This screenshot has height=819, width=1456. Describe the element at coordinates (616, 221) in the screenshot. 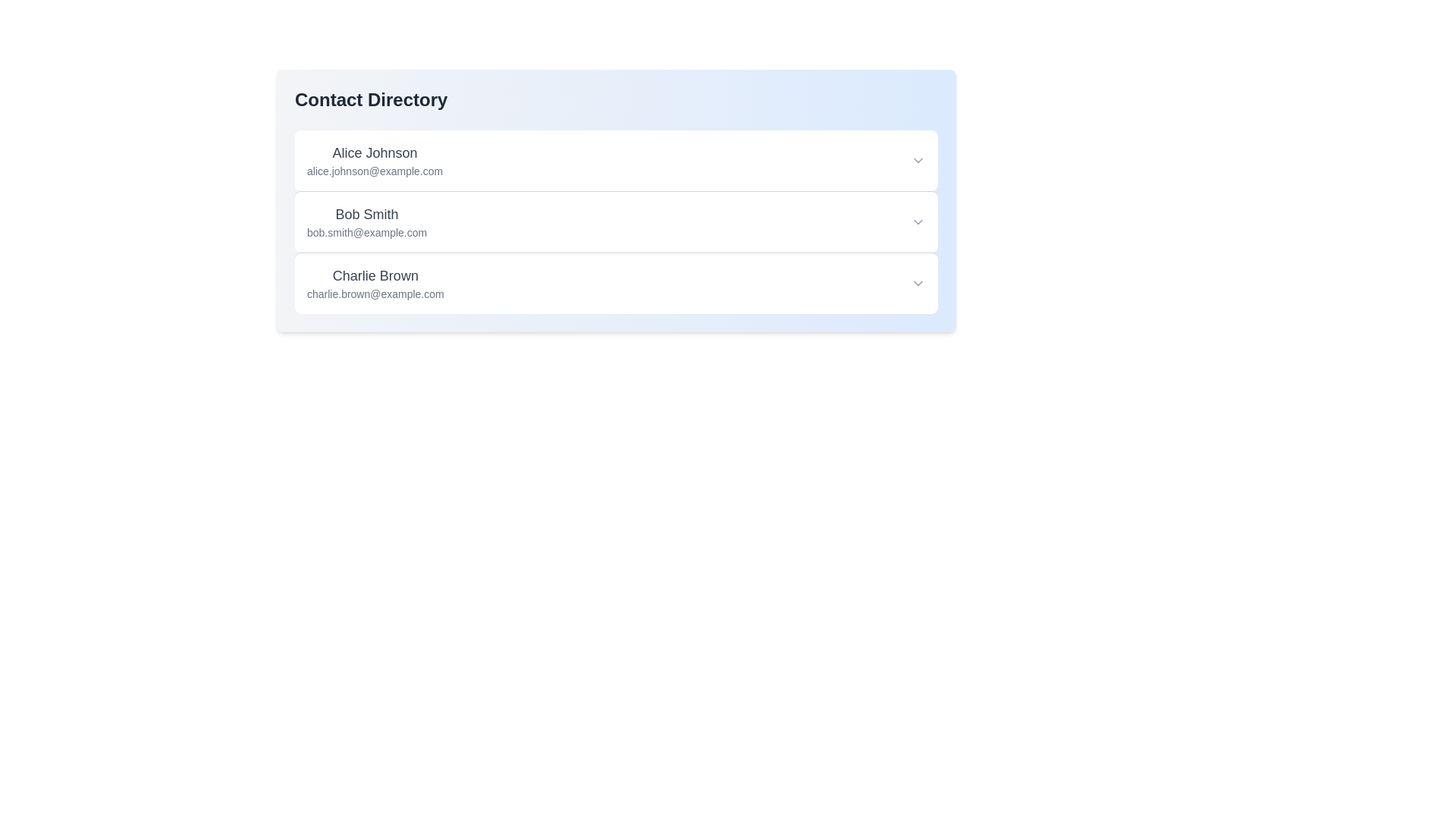

I see `the contact card displaying 'Bob Smith' and 'bob.smith@example.com' which is the second contact entry in the list` at that location.